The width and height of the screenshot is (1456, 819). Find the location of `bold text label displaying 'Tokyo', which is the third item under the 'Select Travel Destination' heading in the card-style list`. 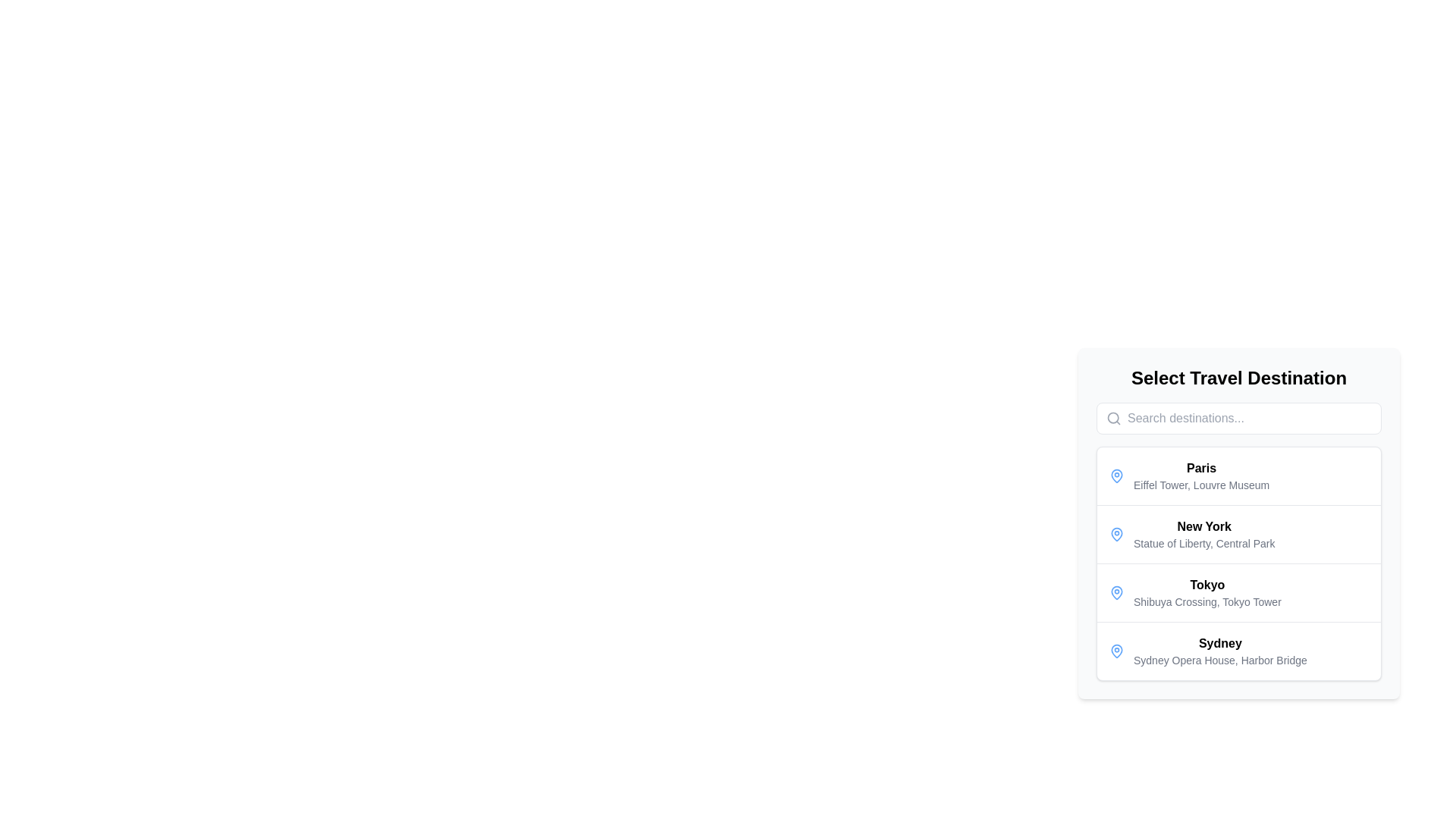

bold text label displaying 'Tokyo', which is the third item under the 'Select Travel Destination' heading in the card-style list is located at coordinates (1207, 584).